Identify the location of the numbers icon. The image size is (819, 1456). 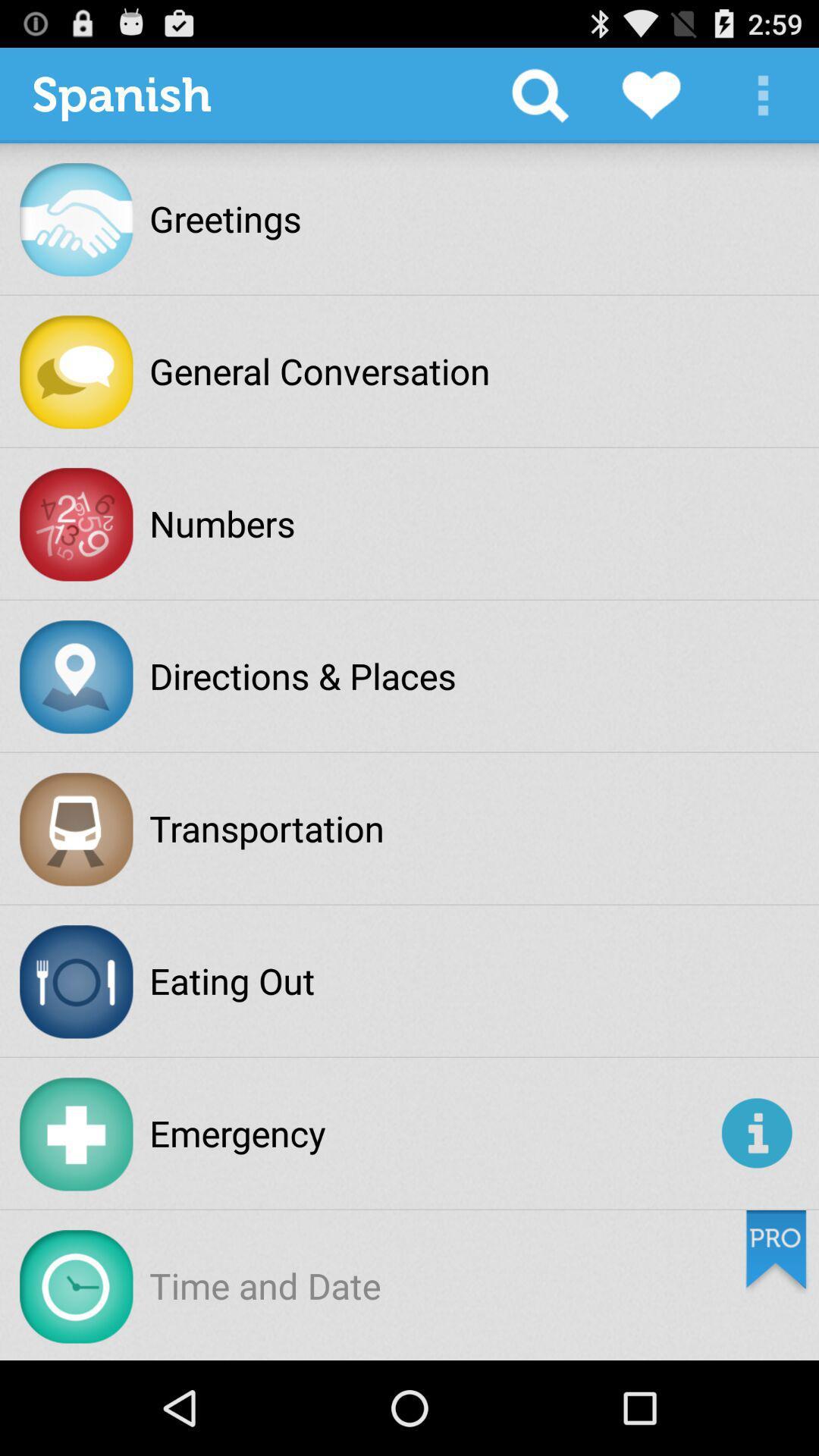
(222, 523).